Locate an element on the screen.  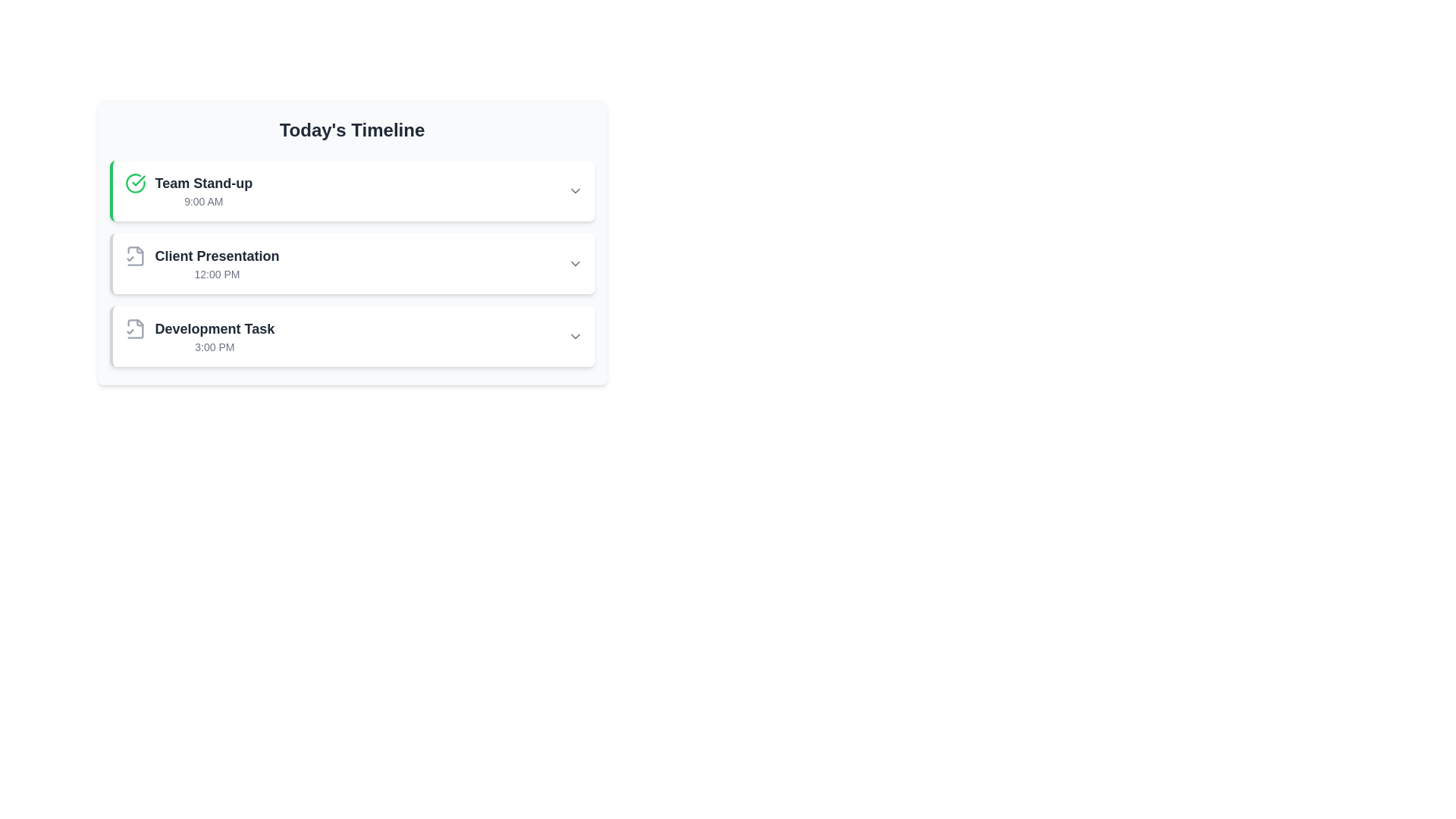
the text block displaying the title 'Team Stand-up' and time '9:00 AM', located in the top-left section of 'Today's Timeline' is located at coordinates (202, 190).